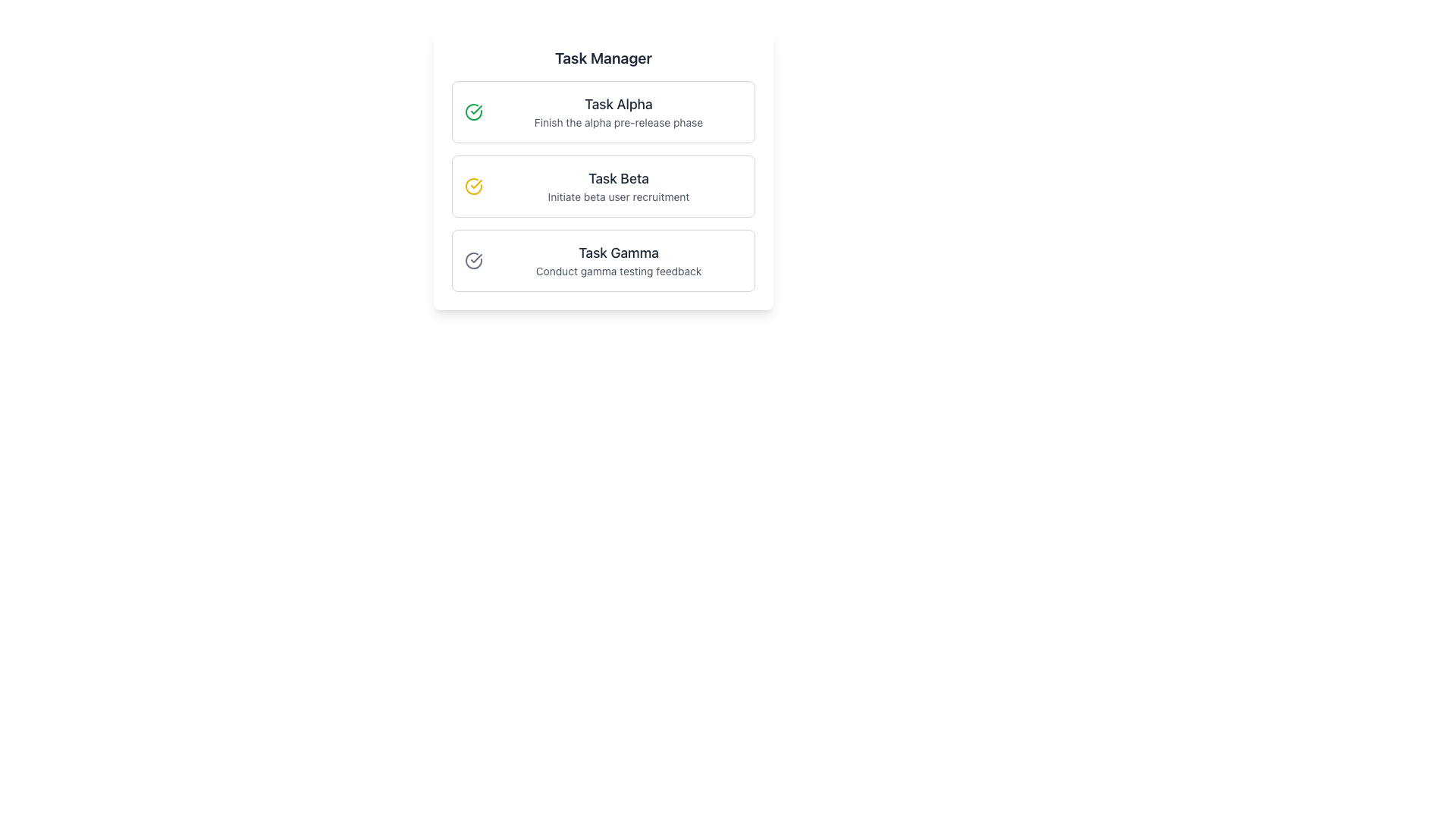 The image size is (1456, 819). I want to click on static text label that provides a descriptive detail about Task Gamma, which is located below the 'Task Gamma' title in the last card of the task list, so click(619, 271).